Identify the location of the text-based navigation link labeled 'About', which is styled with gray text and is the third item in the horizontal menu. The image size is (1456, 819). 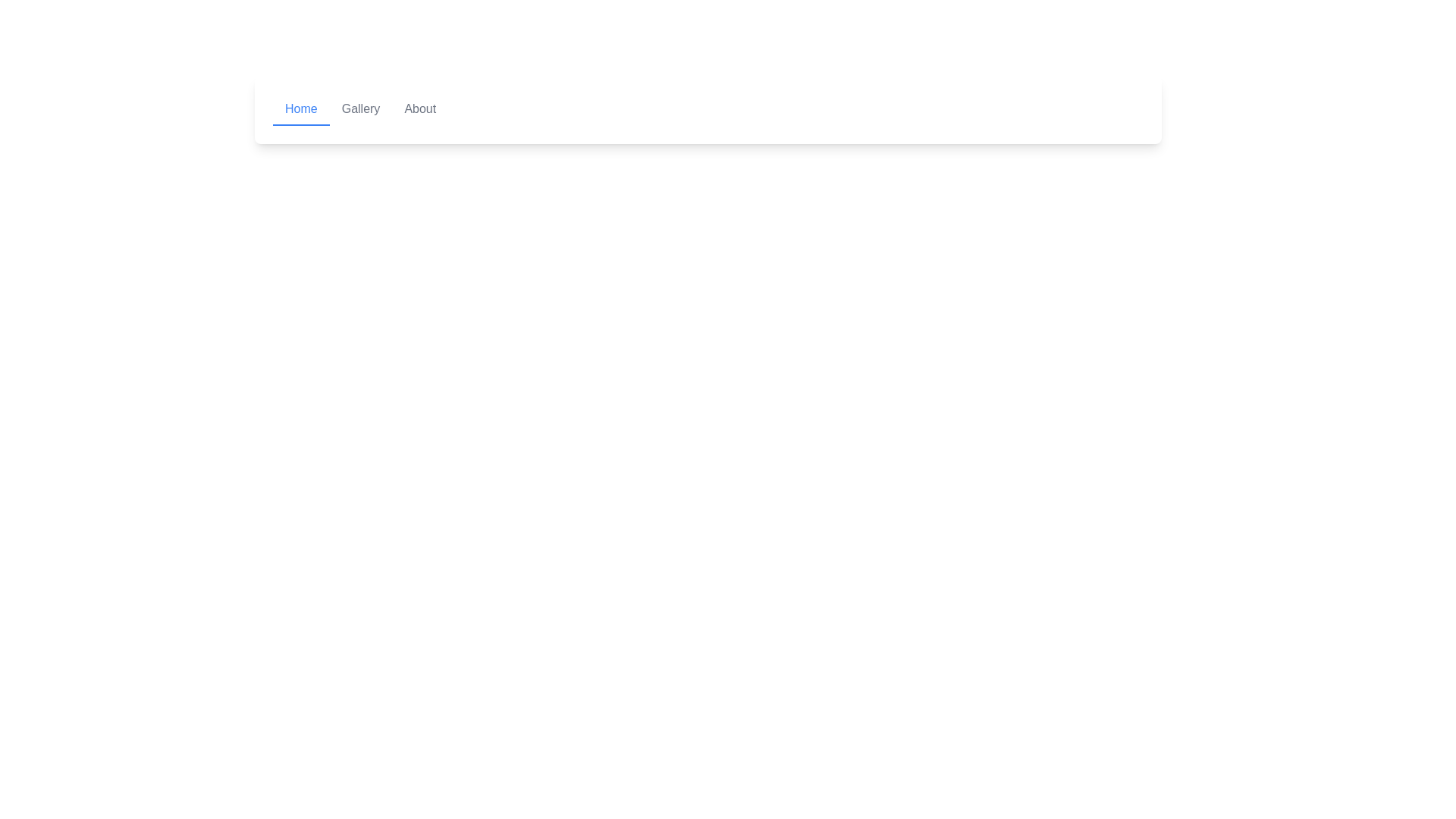
(420, 109).